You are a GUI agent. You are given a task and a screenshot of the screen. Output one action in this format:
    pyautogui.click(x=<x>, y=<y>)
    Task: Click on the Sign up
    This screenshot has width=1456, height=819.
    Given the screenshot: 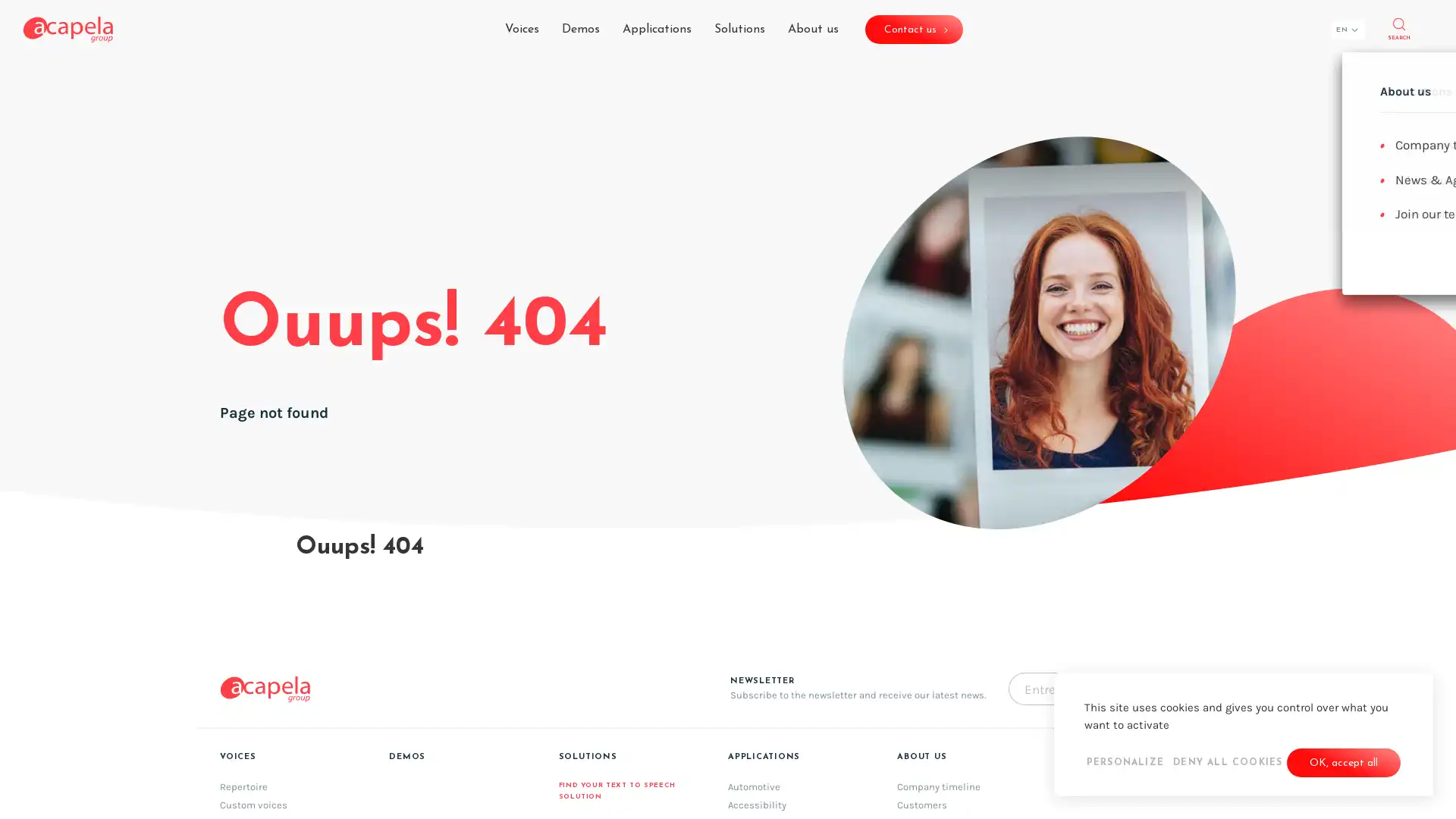 What is the action you would take?
    pyautogui.click(x=901, y=517)
    